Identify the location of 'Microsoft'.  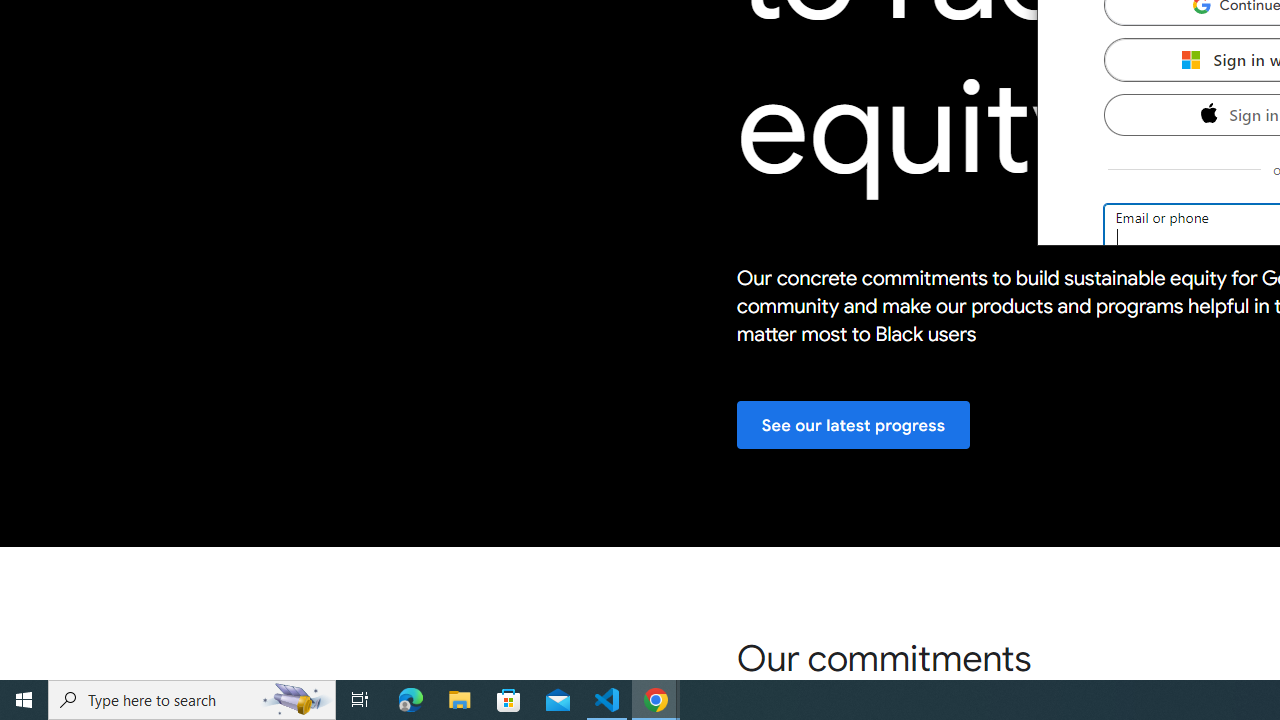
(1190, 58).